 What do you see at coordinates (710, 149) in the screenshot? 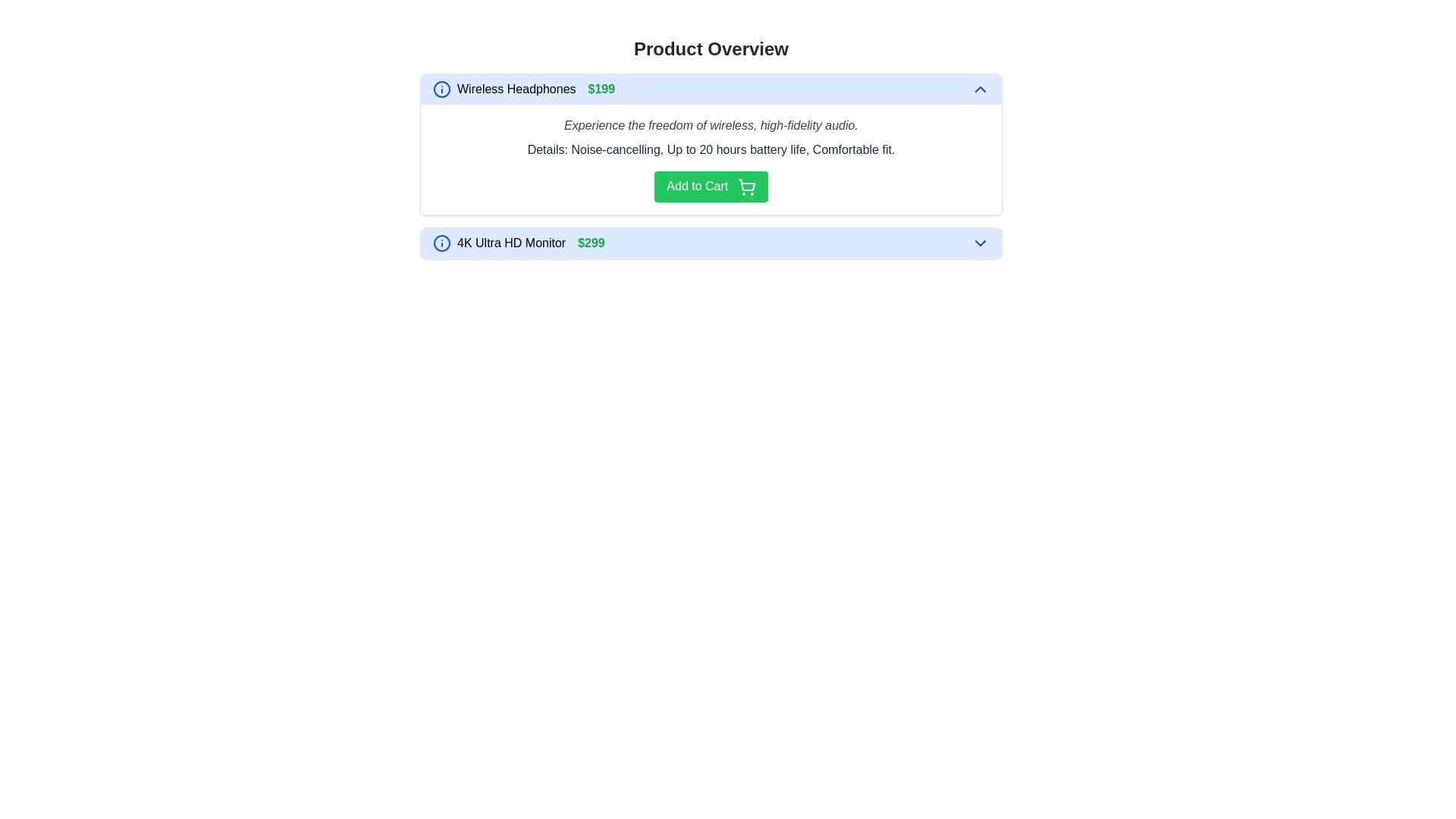
I see `the Text Block stating 'Details: Noise-cancelling, Up to 20 hours battery life, Comfortable fit.' positioned below the product description of 'Wireless Headphones'` at bounding box center [710, 149].